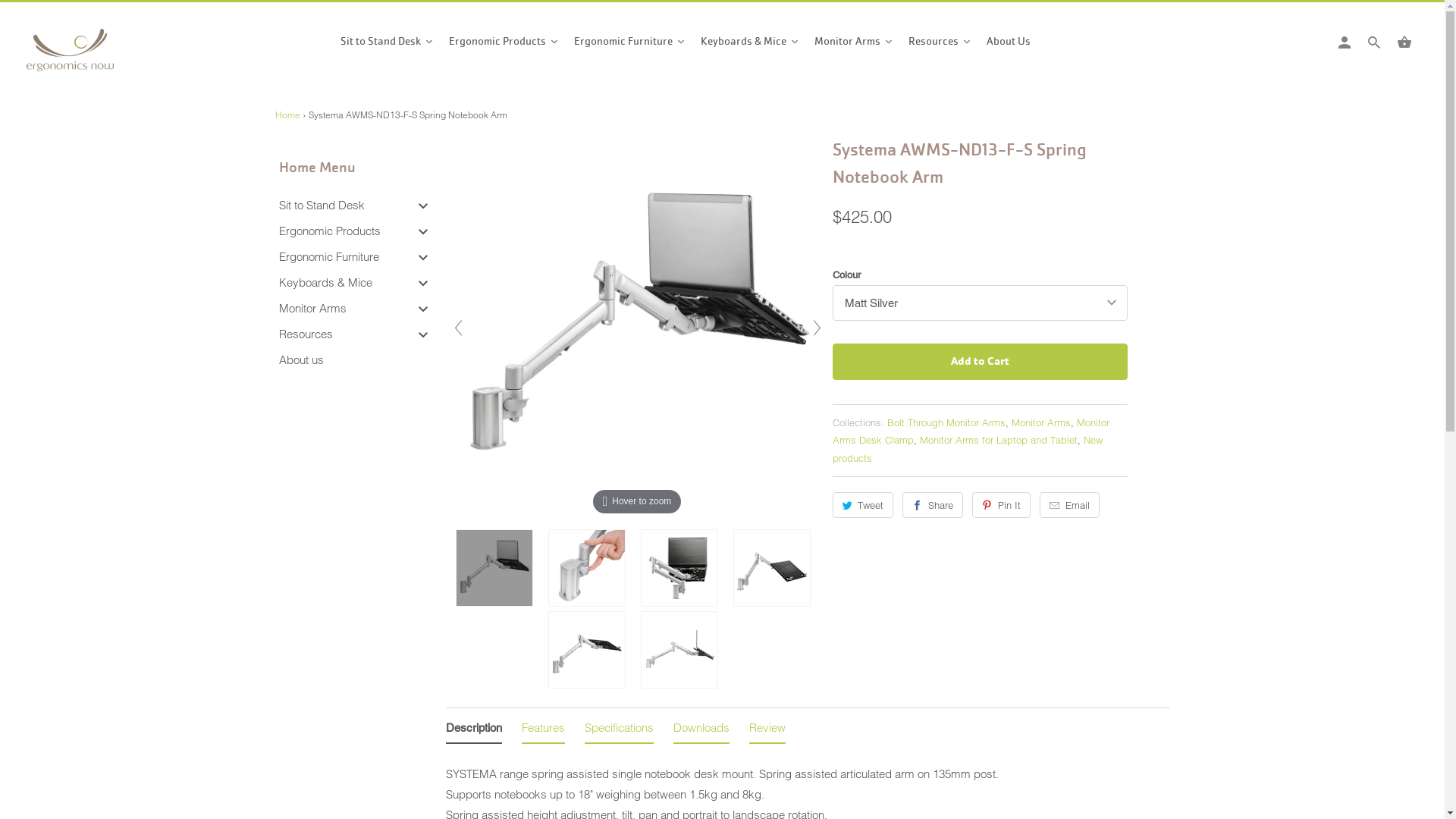  What do you see at coordinates (980, 362) in the screenshot?
I see `'Add to Cart'` at bounding box center [980, 362].